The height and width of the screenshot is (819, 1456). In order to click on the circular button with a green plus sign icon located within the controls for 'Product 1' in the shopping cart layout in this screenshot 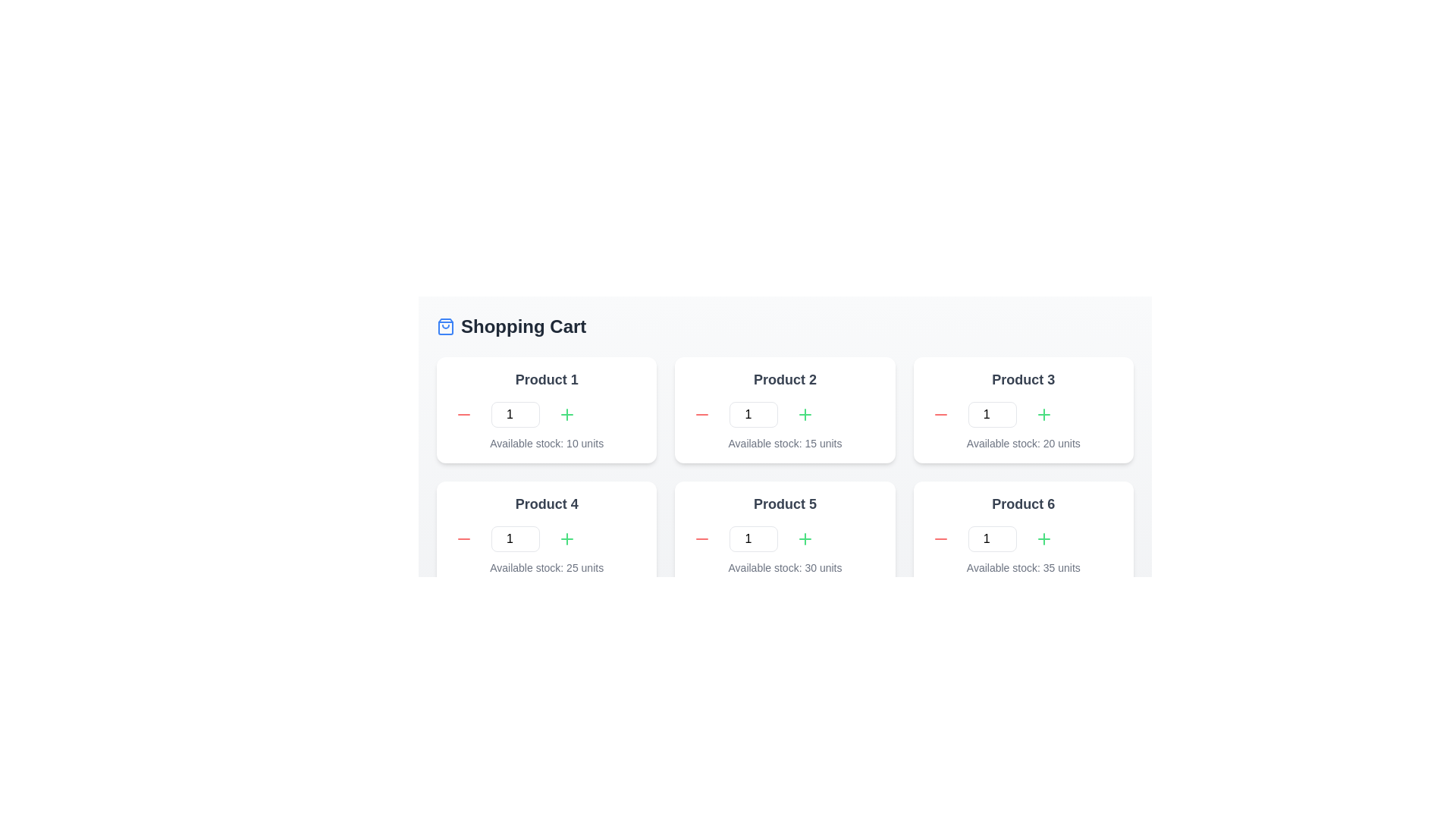, I will do `click(566, 415)`.